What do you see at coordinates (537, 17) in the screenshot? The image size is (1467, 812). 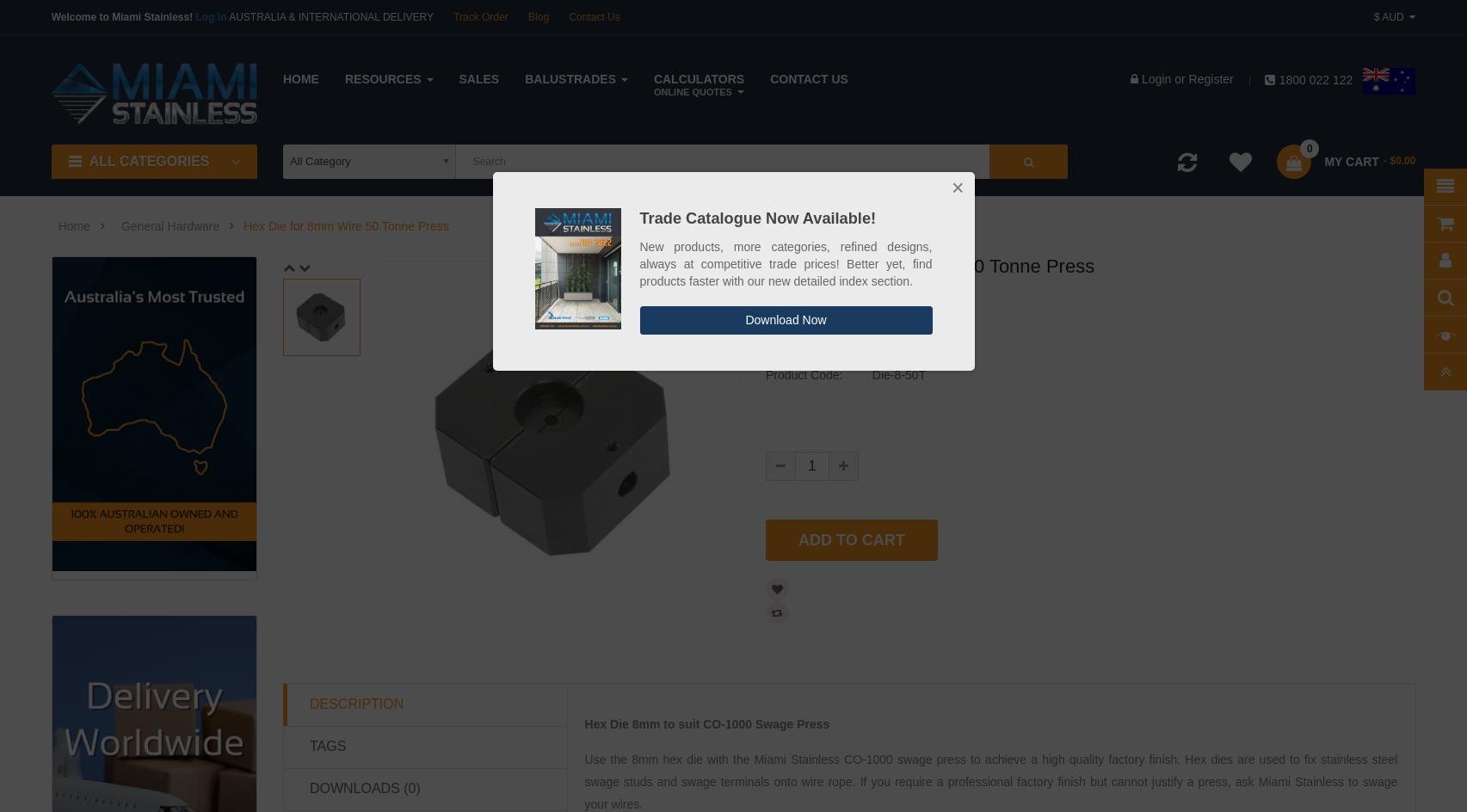 I see `'Blog'` at bounding box center [537, 17].